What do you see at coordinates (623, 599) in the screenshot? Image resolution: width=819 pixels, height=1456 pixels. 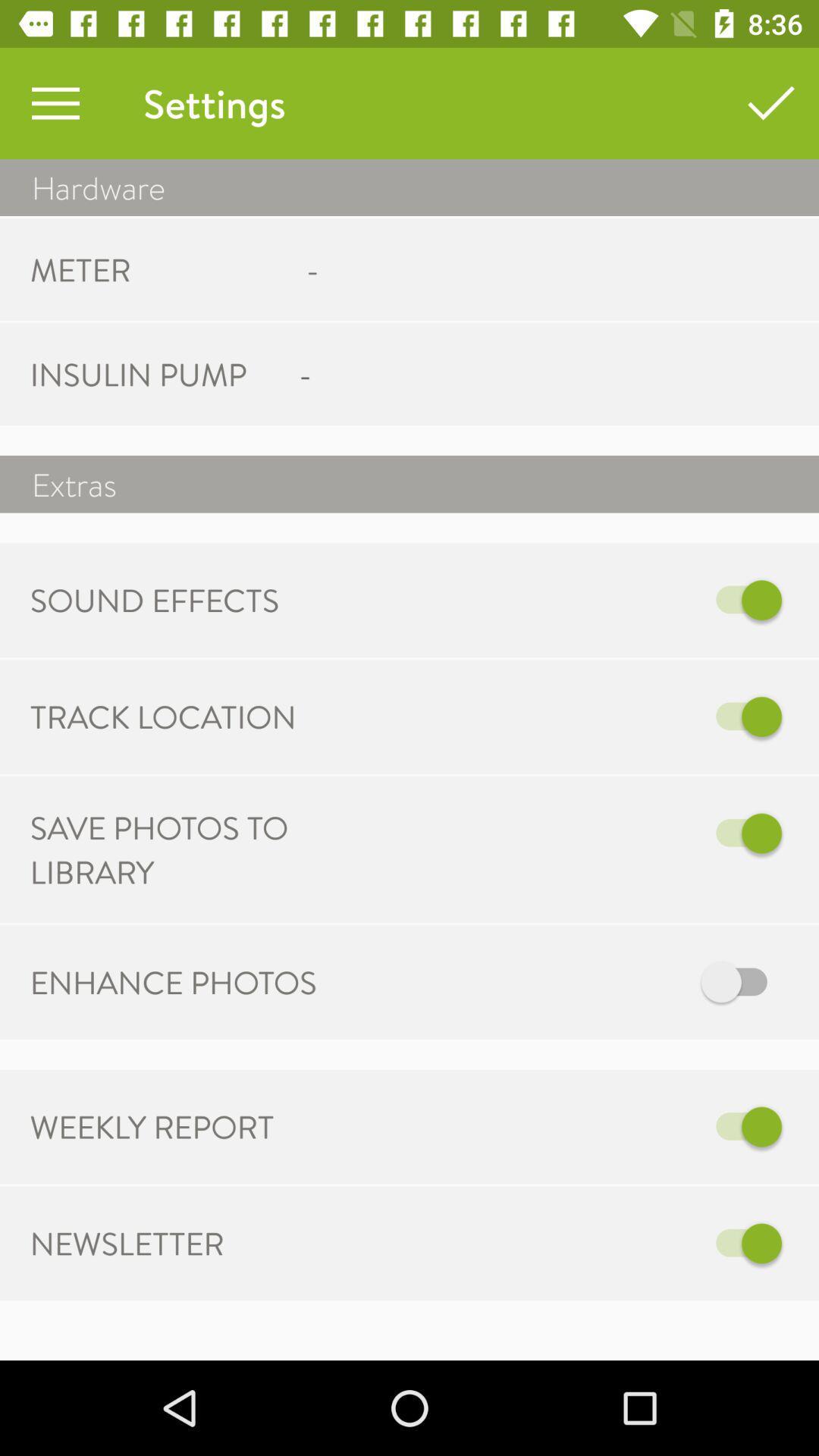 I see `icon next to sound effects` at bounding box center [623, 599].